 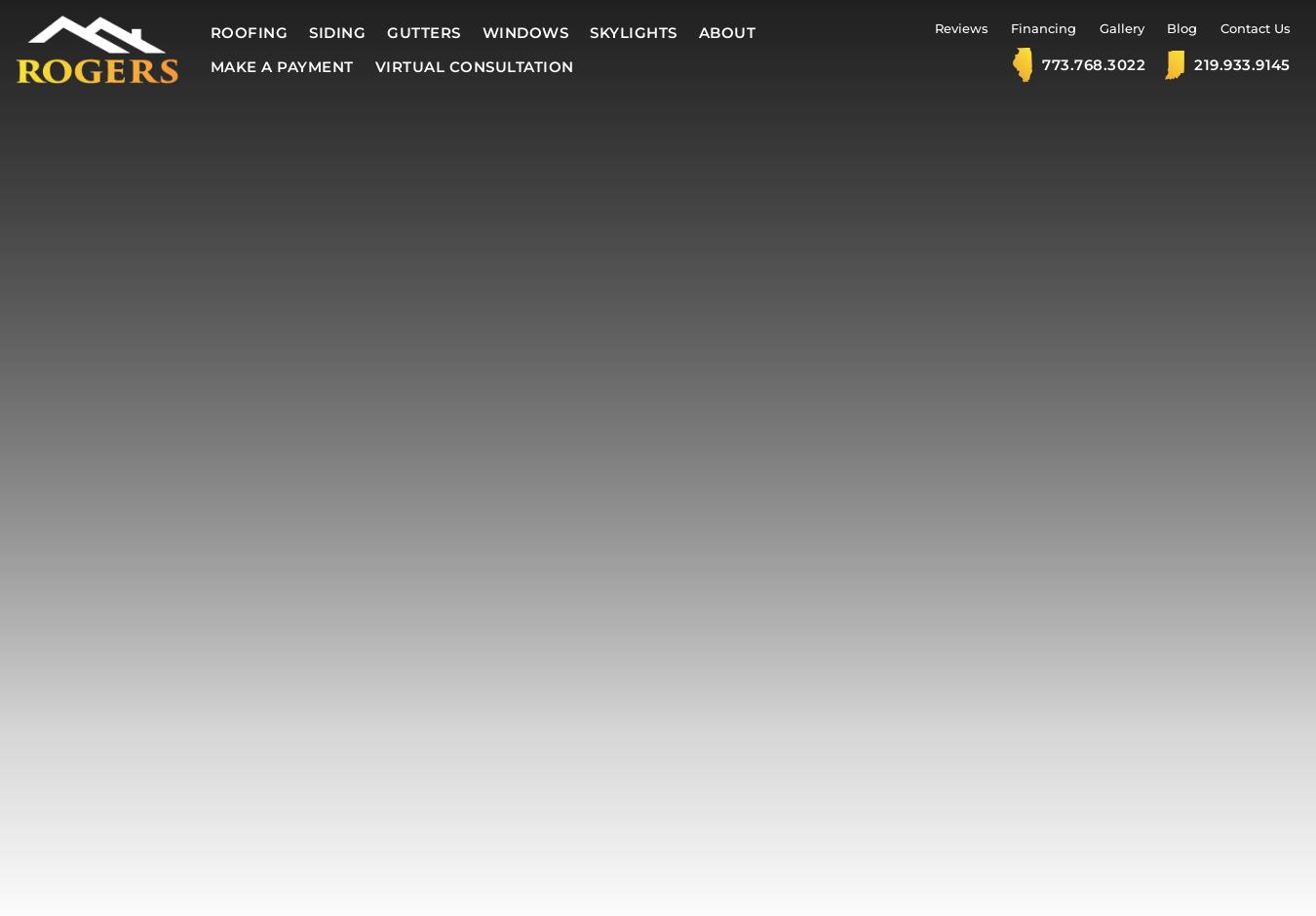 What do you see at coordinates (248, 32) in the screenshot?
I see `'Roofing'` at bounding box center [248, 32].